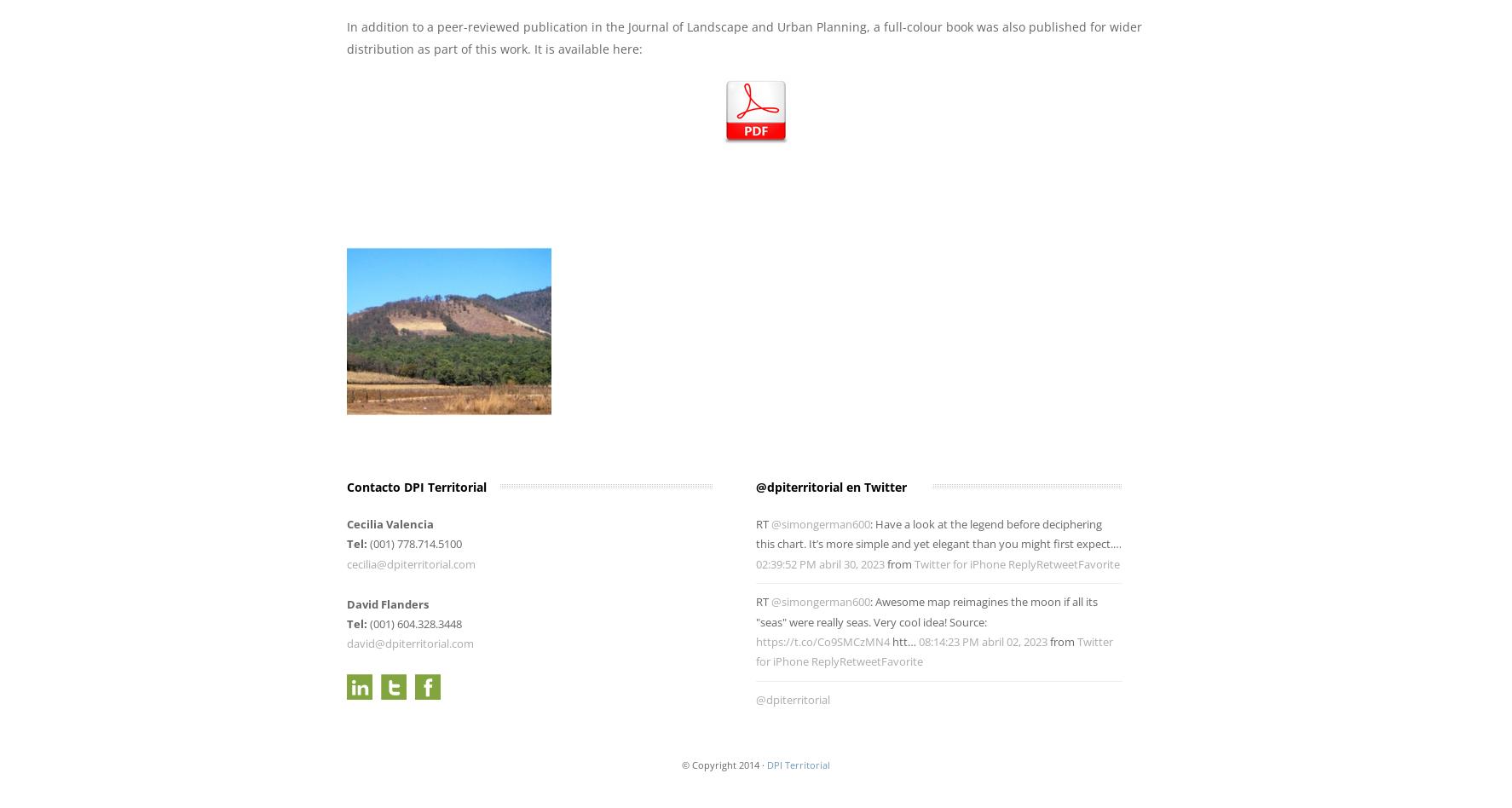 The width and height of the screenshot is (1512, 808). I want to click on 'Cecilia Valencia', so click(390, 522).